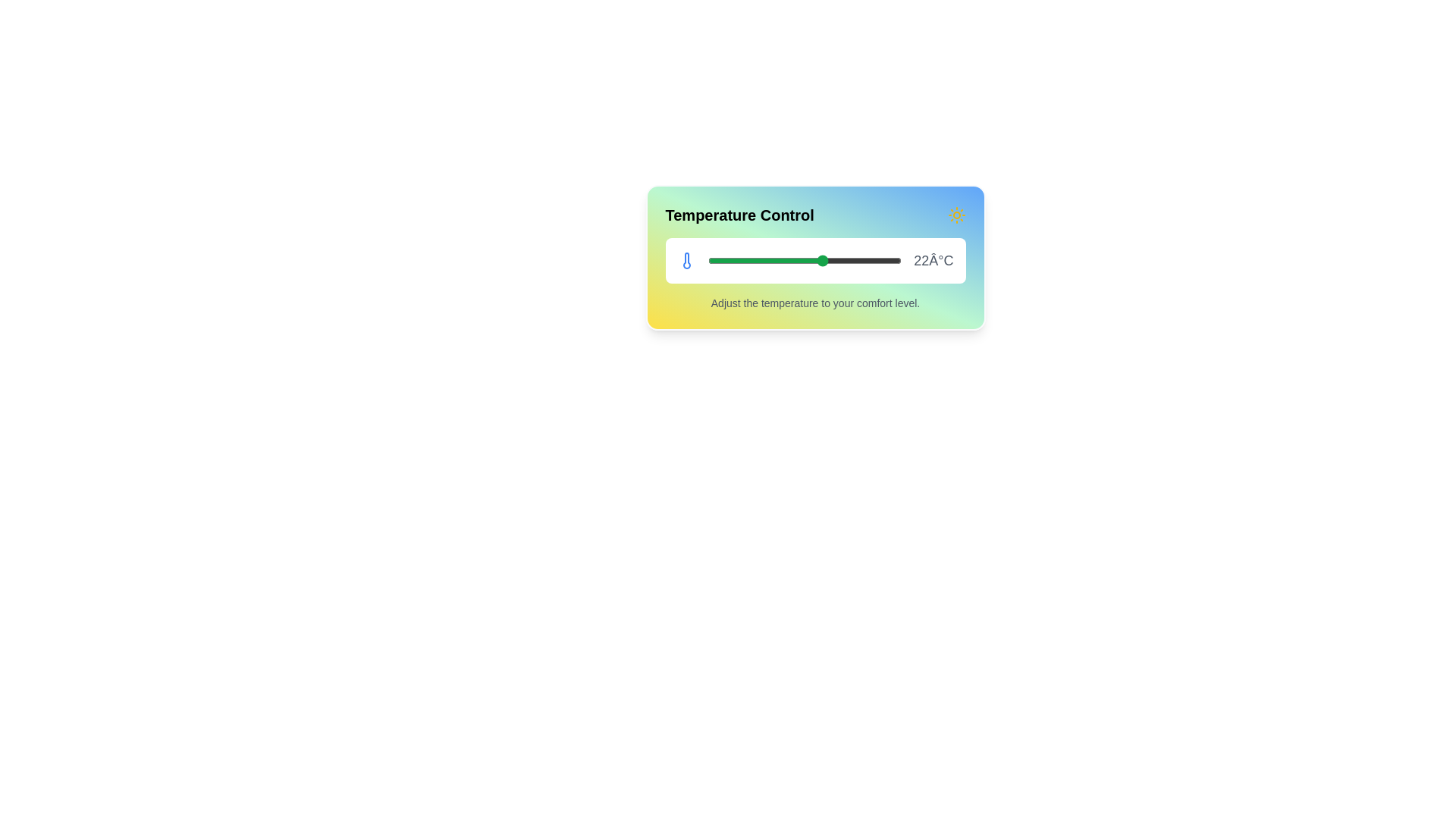 This screenshot has height=819, width=1456. I want to click on the sun icon in the top-right corner of the 'Temperature Control' card, which is represented by a yellow circular sun graphic with radiating rays on a light blue background, so click(955, 215).